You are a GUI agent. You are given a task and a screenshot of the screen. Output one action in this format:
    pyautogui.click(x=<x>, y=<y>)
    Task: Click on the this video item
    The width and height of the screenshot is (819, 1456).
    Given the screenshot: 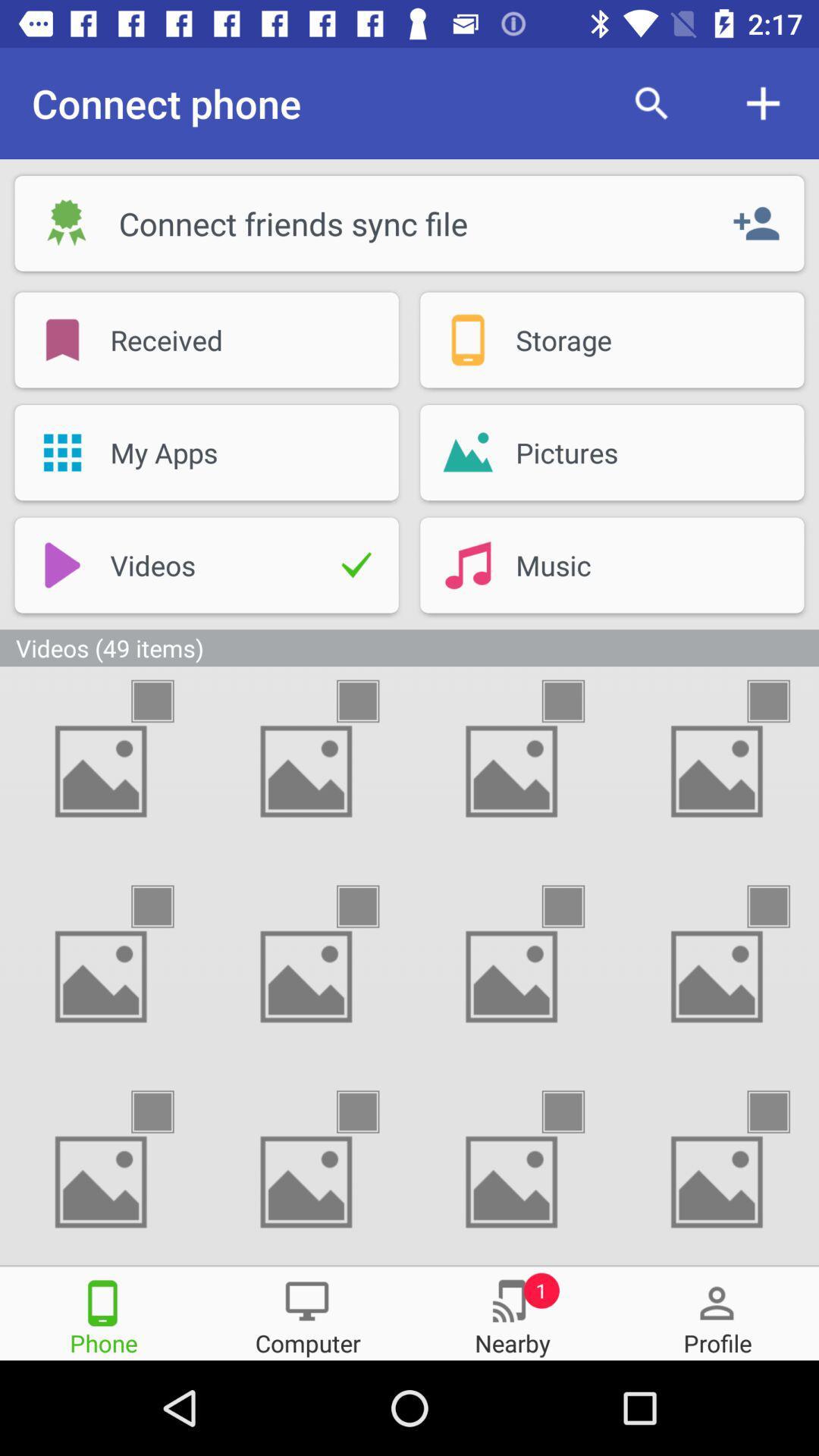 What is the action you would take?
    pyautogui.click(x=782, y=700)
    